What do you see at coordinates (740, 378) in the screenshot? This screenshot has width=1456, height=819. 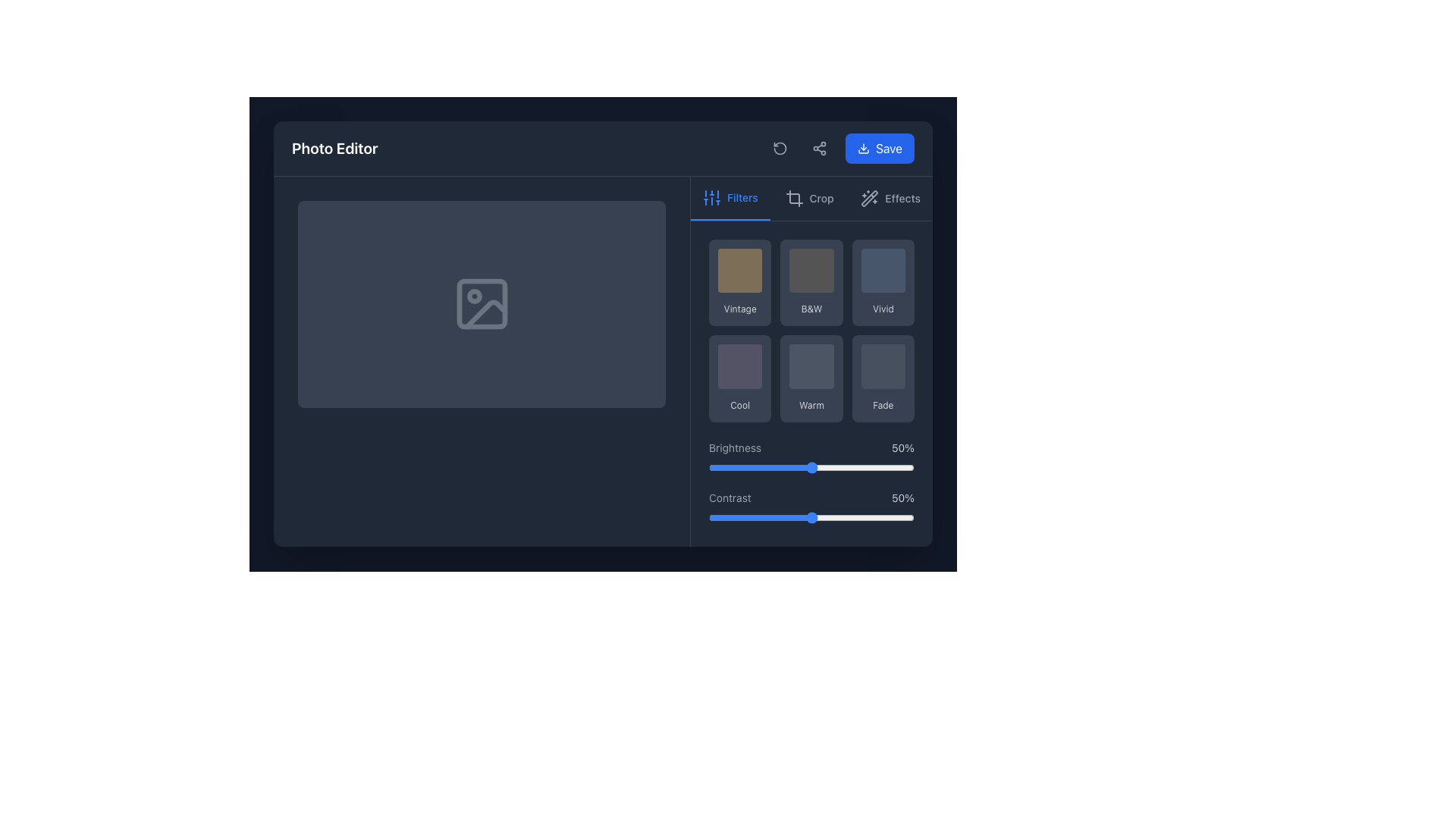 I see `the 'Cool' button with a dark gray background and rounded corners in the Filters section to apply the filter` at bounding box center [740, 378].